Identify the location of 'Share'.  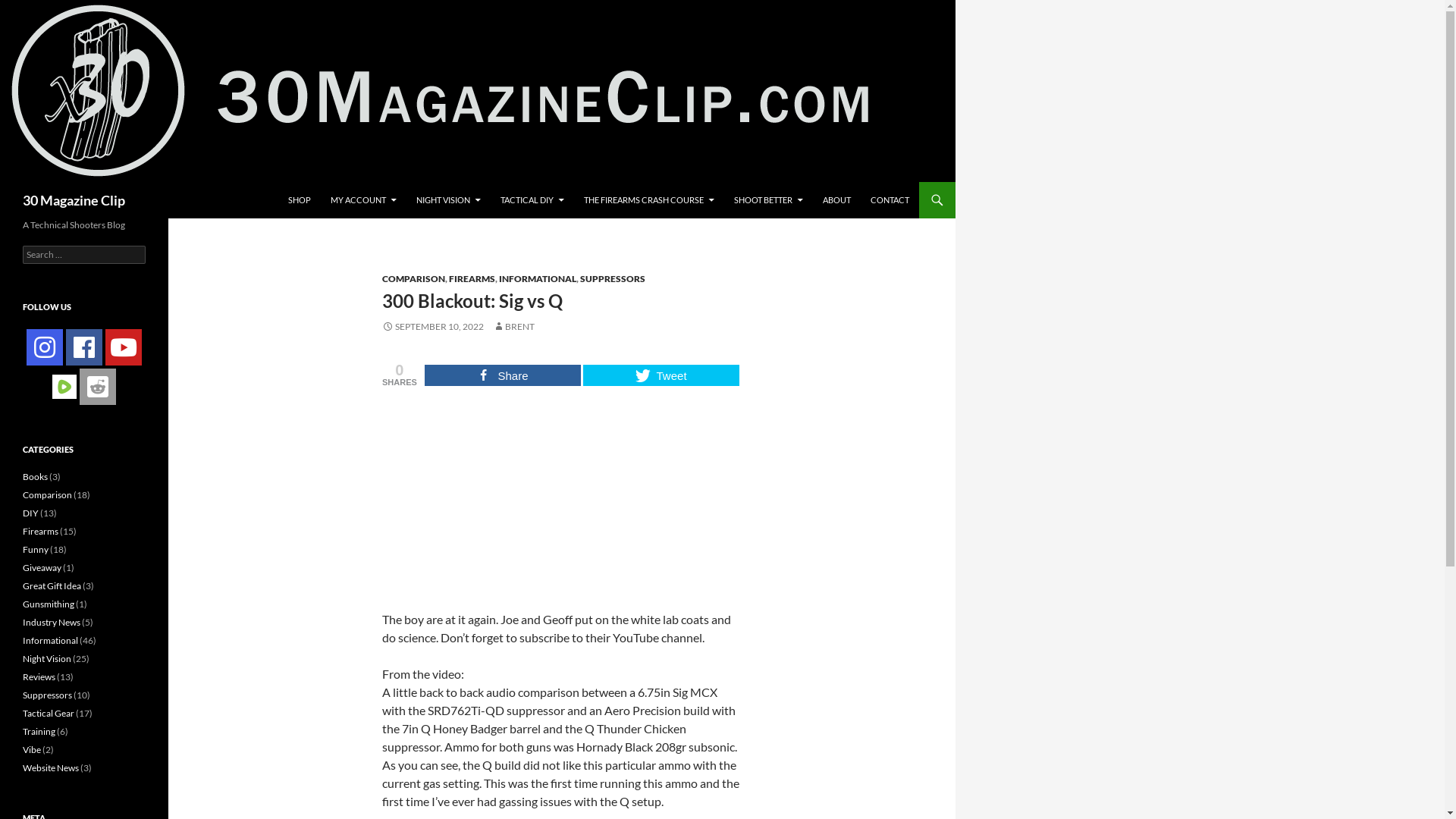
(502, 375).